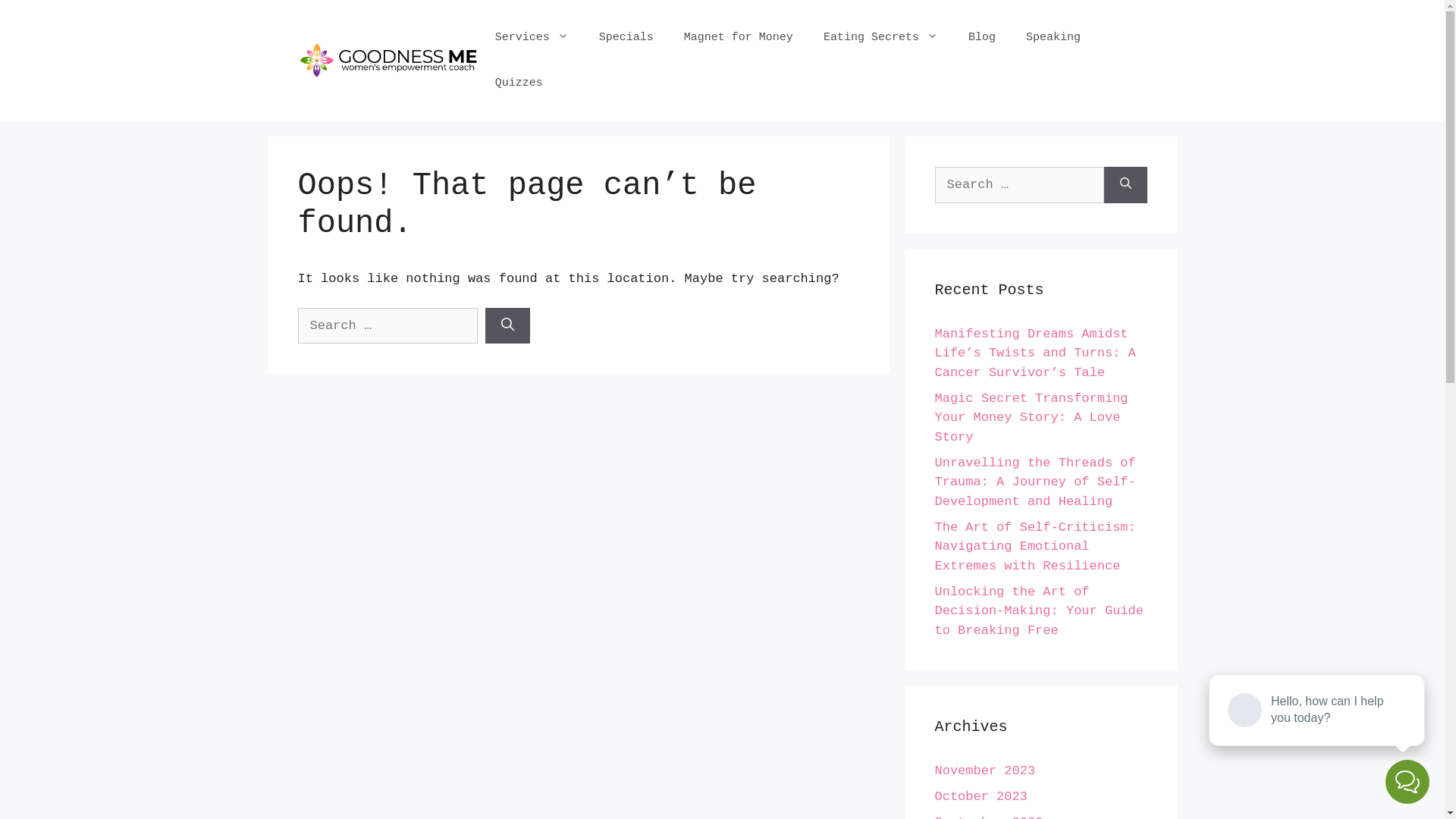 The image size is (1456, 819). I want to click on 'Eating Secrets', so click(807, 37).